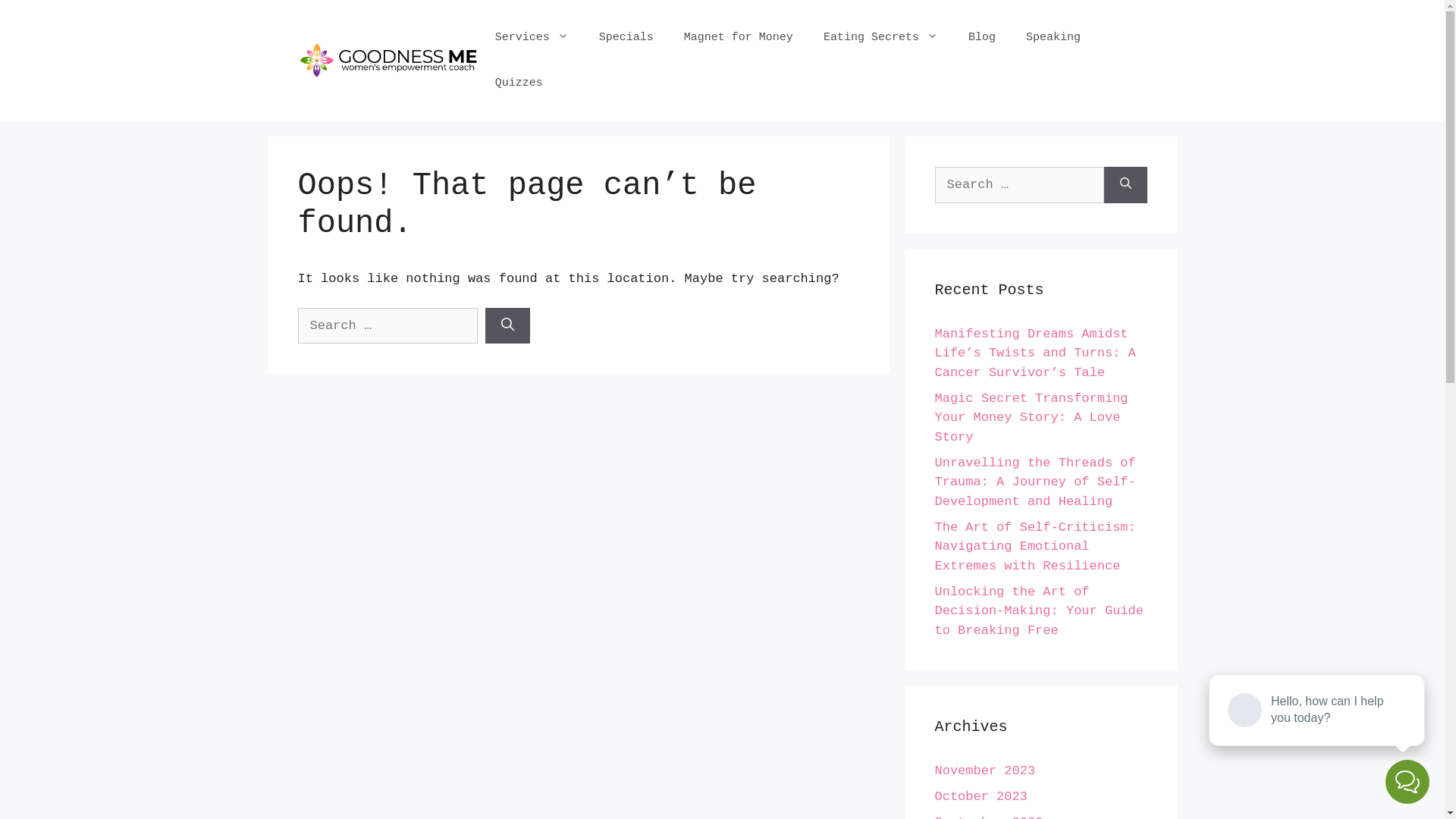 The image size is (1456, 819). I want to click on 'Eating Secrets', so click(807, 37).